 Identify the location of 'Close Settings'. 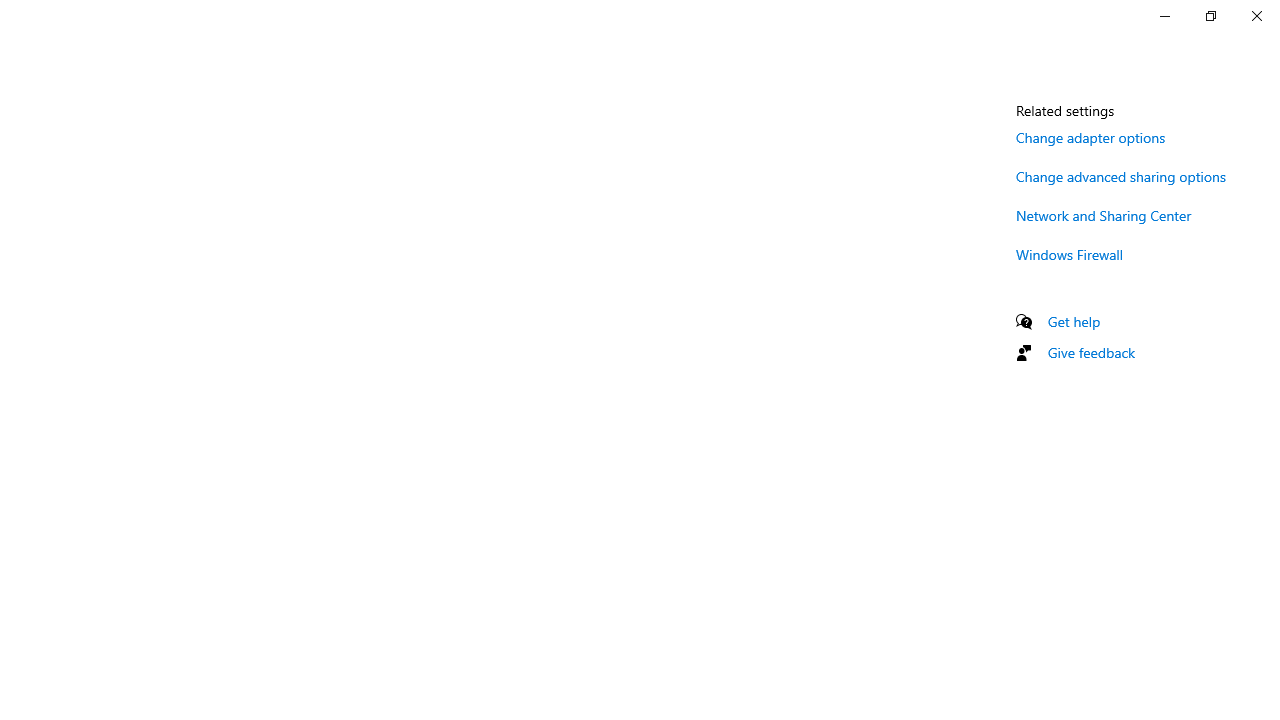
(1255, 15).